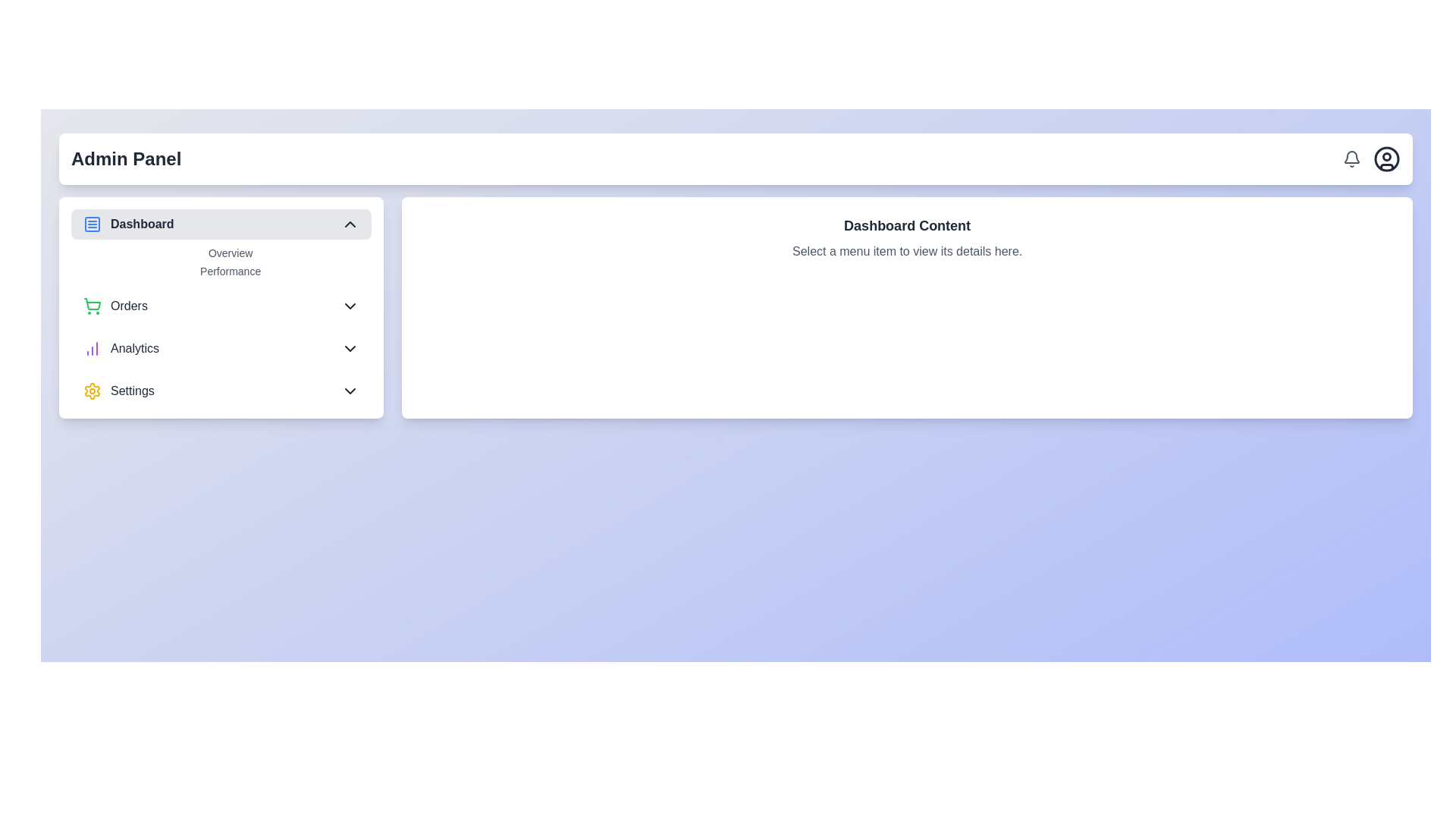 The height and width of the screenshot is (819, 1456). I want to click on the clickable text label under the 'Dashboard' heading in the left-hand side menu panel, so click(229, 253).